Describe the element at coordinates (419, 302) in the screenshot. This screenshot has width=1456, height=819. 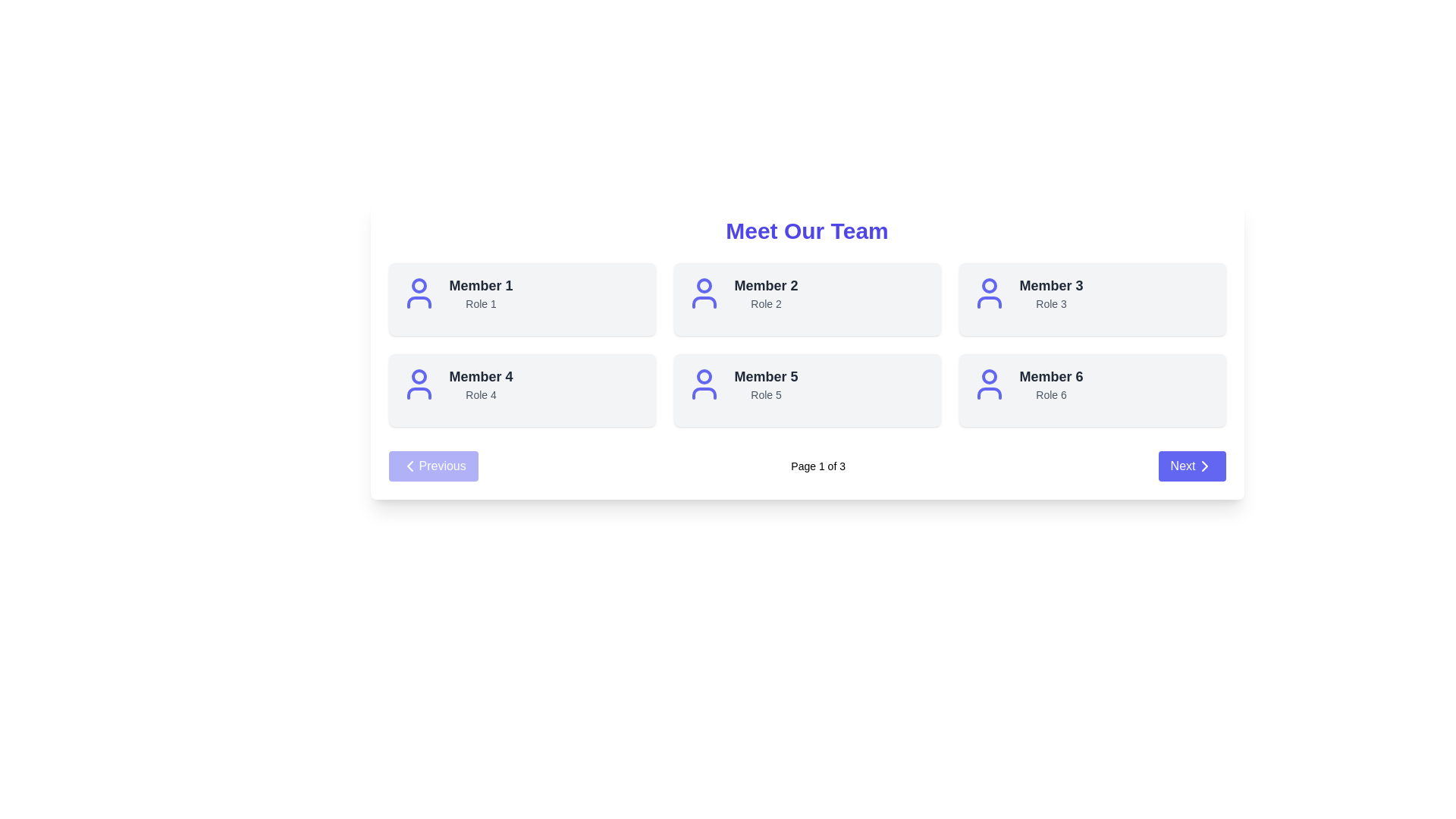
I see `the decorative graphical vector element representing 'Member 1' in the user icon located in the upper-left quadrant of the interface` at that location.